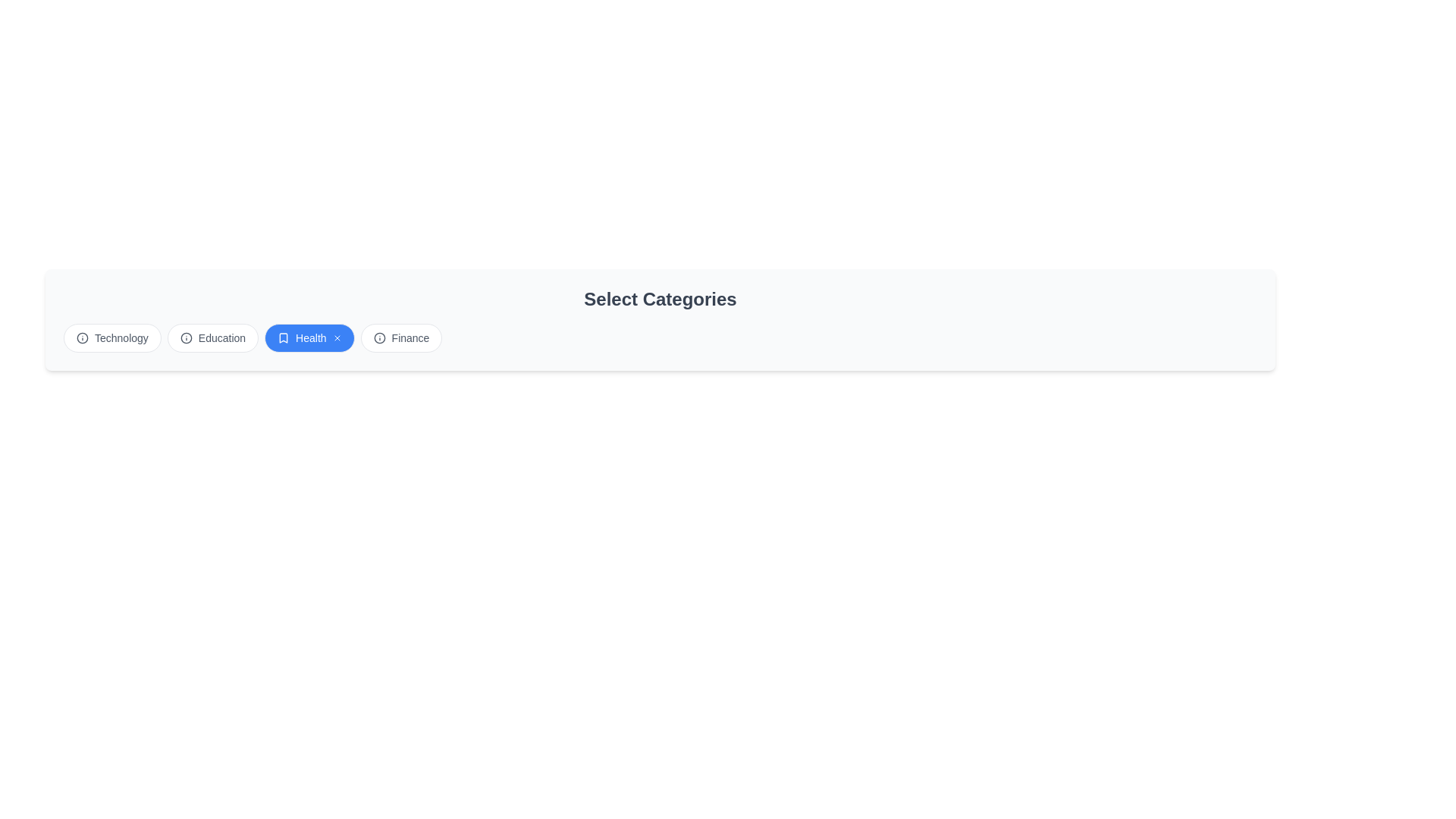 Image resolution: width=1456 pixels, height=819 pixels. Describe the element at coordinates (400, 337) in the screenshot. I see `the chip labeled 'Finance' to observe its hover state` at that location.